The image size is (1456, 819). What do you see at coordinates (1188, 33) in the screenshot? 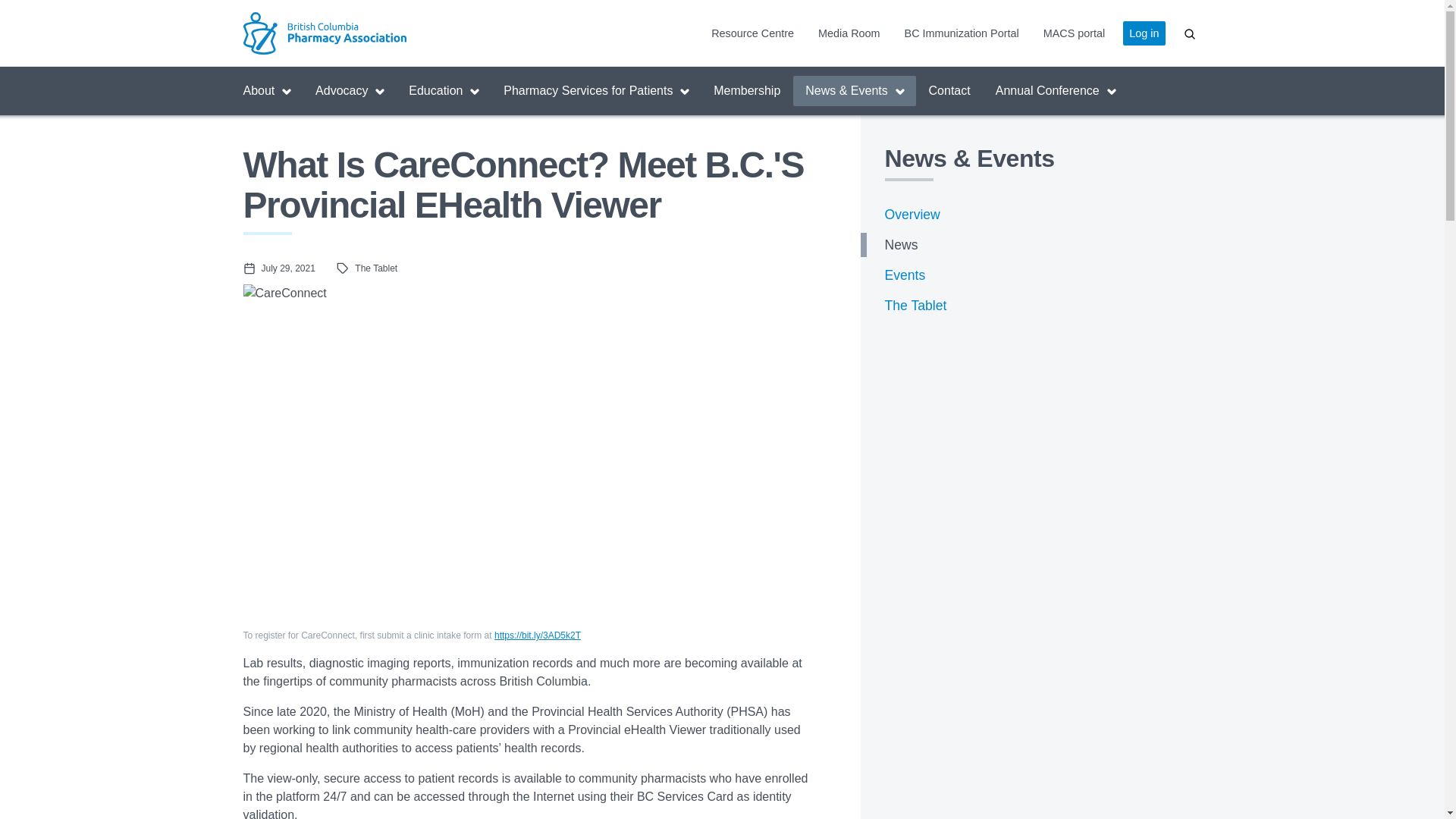
I see `'Open Search'` at bounding box center [1188, 33].